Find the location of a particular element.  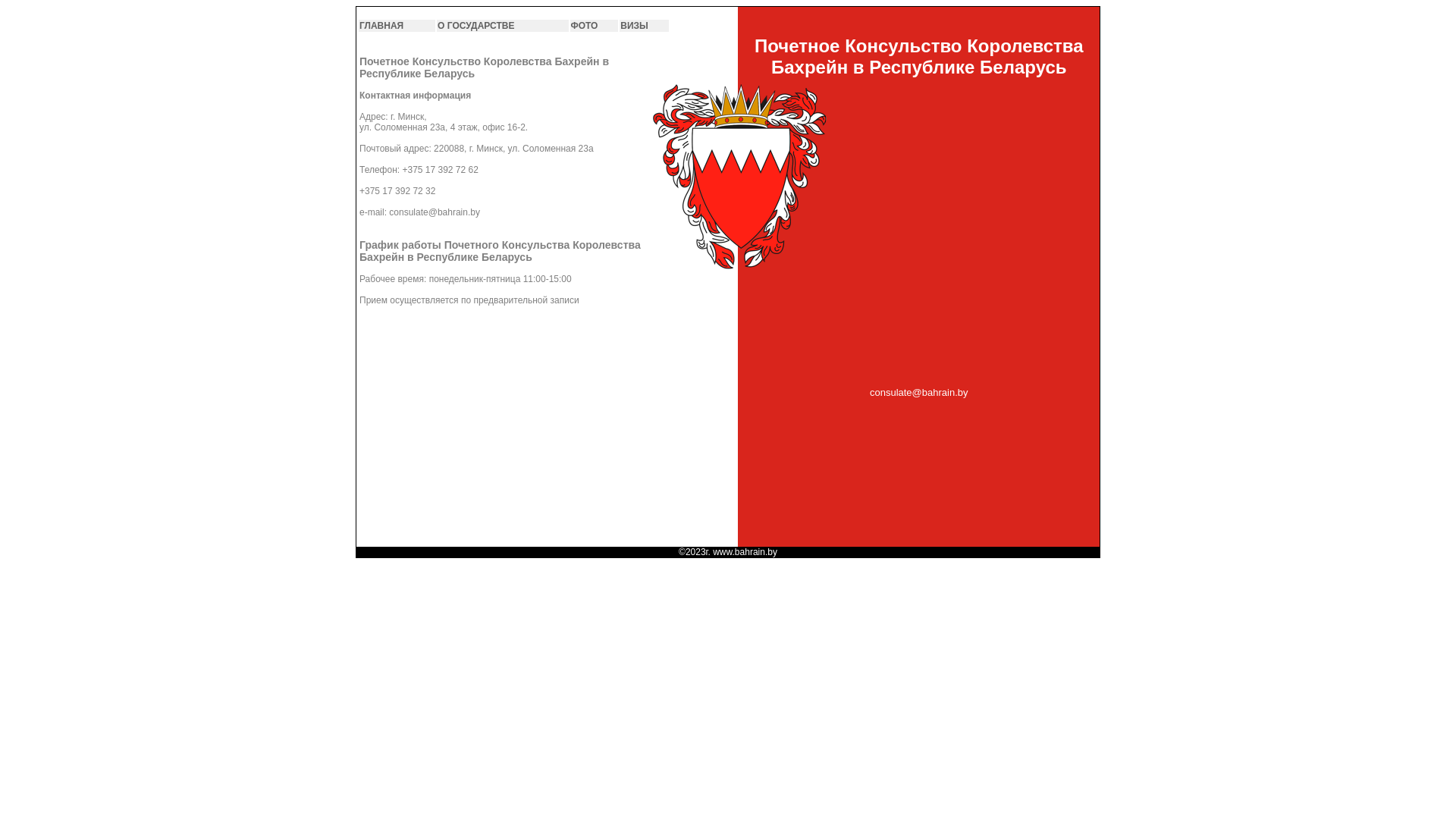

'consulate@bahrain.by' is located at coordinates (918, 397).